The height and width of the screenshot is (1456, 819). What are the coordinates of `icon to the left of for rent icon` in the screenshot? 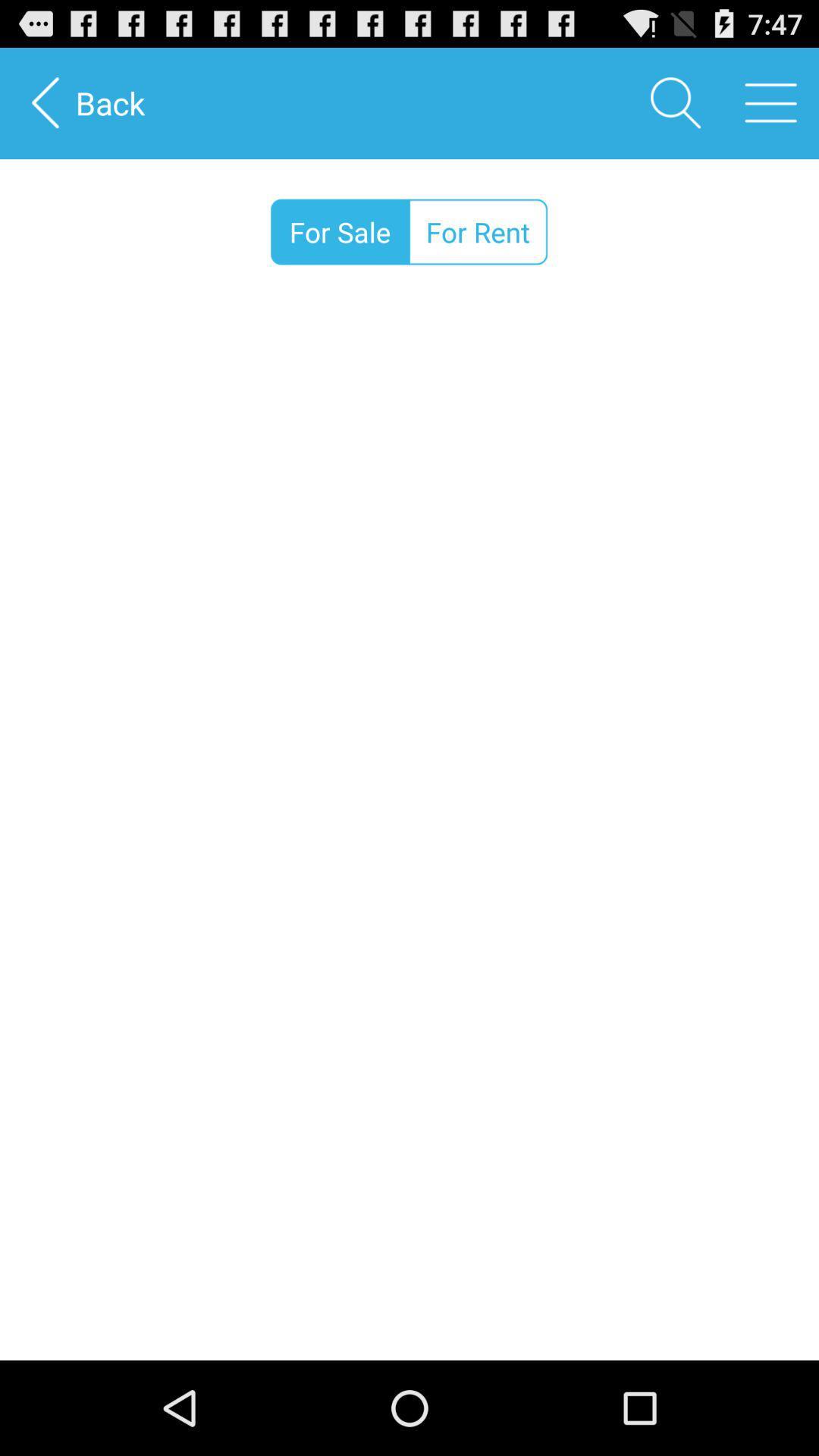 It's located at (339, 231).